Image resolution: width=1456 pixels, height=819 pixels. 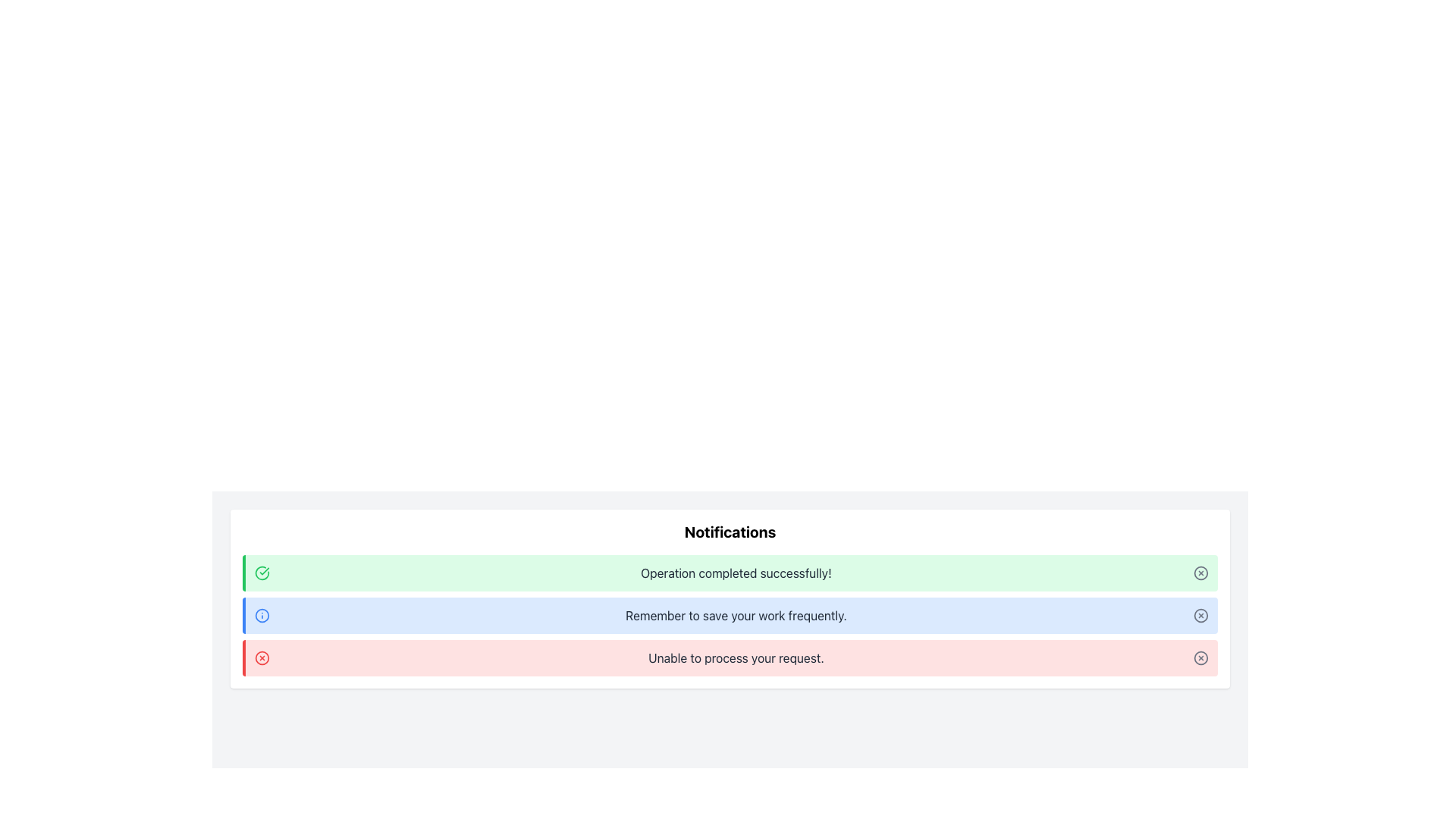 What do you see at coordinates (262, 616) in the screenshot?
I see `the blue info icon with a hollow circle and 'i' symbol located near the left edge of the blue notification bar, aligned horizontally with the text 'Remember to save your work frequently.'` at bounding box center [262, 616].